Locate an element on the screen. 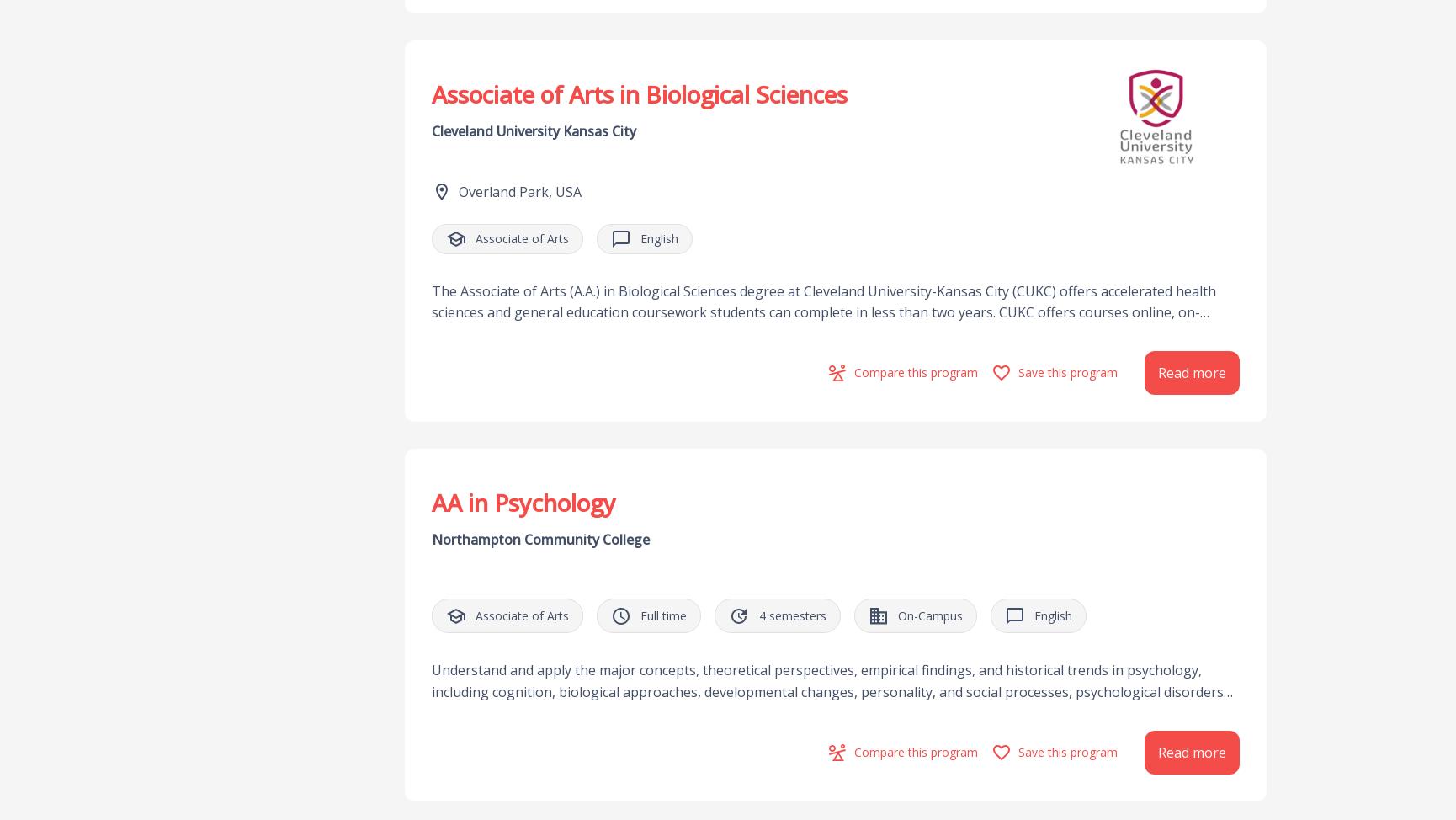  'Understand and apply the major concepts, theoretical perspectives, empirical findings, and historical trends in psychology, including cognition, biological approaches, developmental changes, personality, and social processes, psychological disorders and treatments, individual differences, methodology, and theories of stress and coping. Apply basic research methods in psychology, including research design, data analysis, and interpretation. Use critical and creative thinking, skeptical inquiry, and the scientific approach to solve problems related to behavior and mental processes. Apply psychological principles to personal, social, and organizational real-life settings.' is located at coordinates (430, 724).